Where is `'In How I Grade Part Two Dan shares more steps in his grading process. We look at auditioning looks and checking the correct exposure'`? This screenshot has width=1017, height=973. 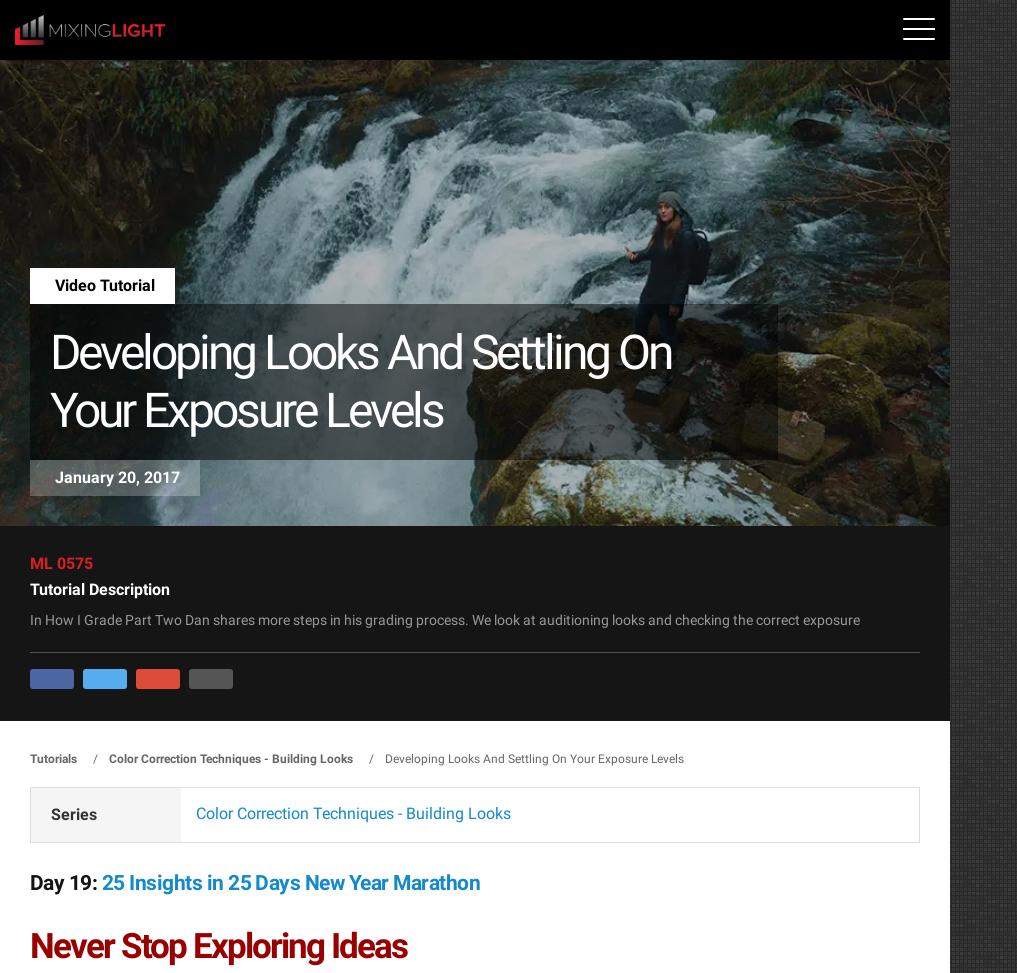
'In How I Grade Part Two Dan shares more steps in his grading process. We look at auditioning looks and checking the correct exposure' is located at coordinates (445, 619).